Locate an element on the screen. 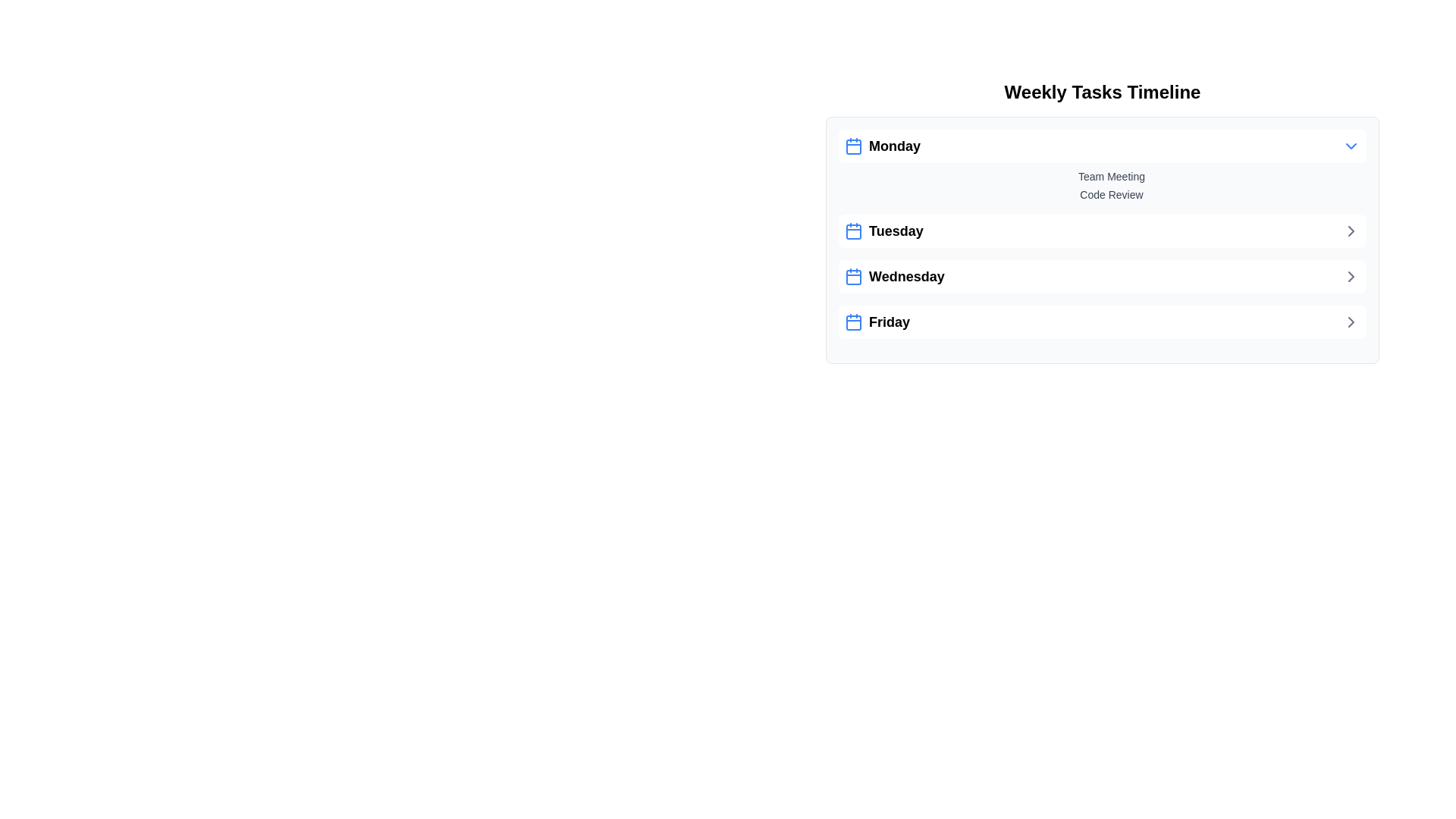  the list item displaying 'Friday' with a blue calendar icon, which is the fourth item in the 'Weekly Tasks Timeline' section is located at coordinates (877, 321).